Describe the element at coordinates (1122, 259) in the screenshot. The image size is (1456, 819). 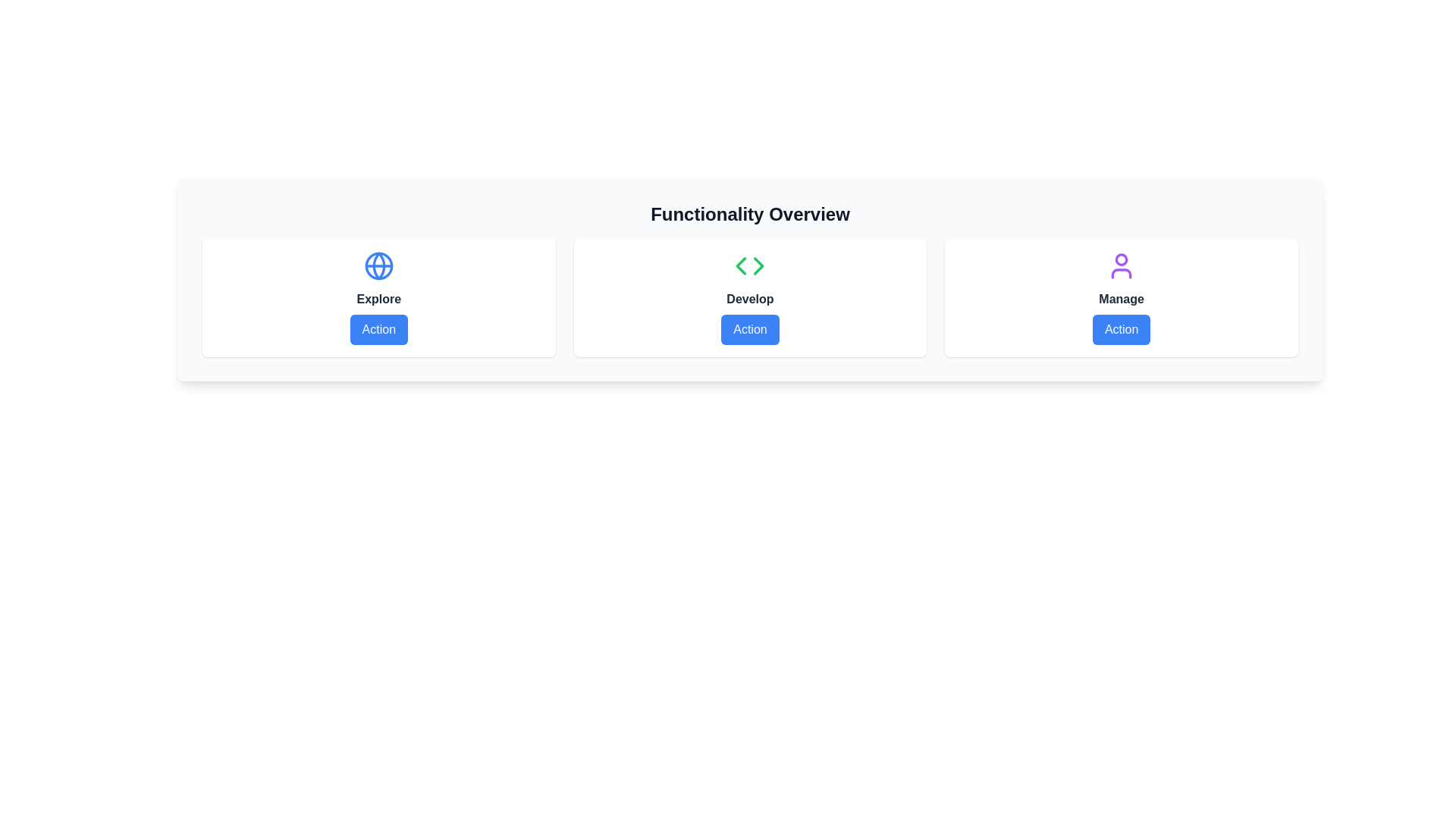
I see `the circular user profile icon styled in purple located at the center top of the 'Manage' box, which is the rightmost icon in the three-icon layout under 'Functionality Overview'` at that location.